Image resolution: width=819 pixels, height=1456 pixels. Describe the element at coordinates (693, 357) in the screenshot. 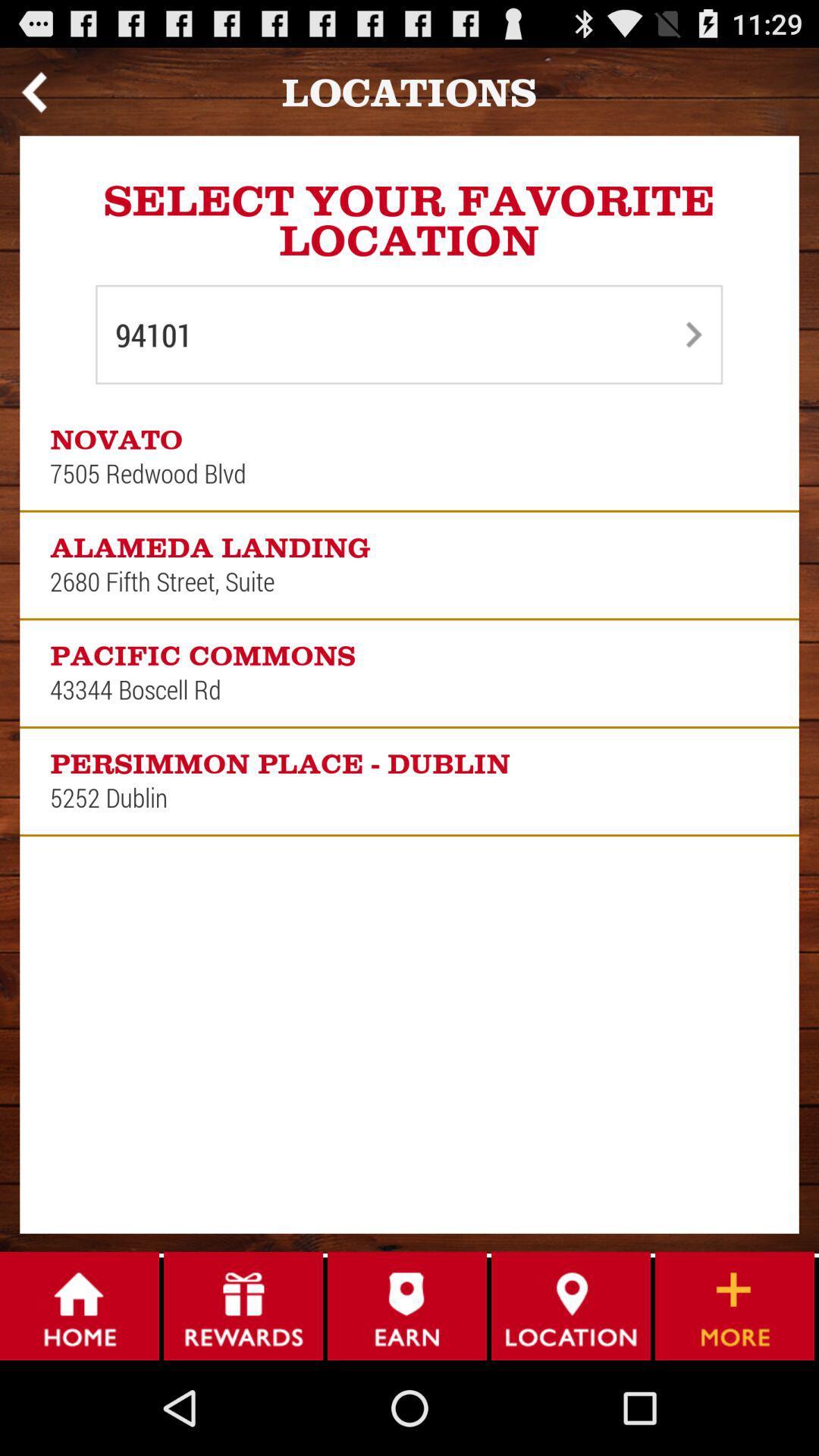

I see `the arrow_forward icon` at that location.